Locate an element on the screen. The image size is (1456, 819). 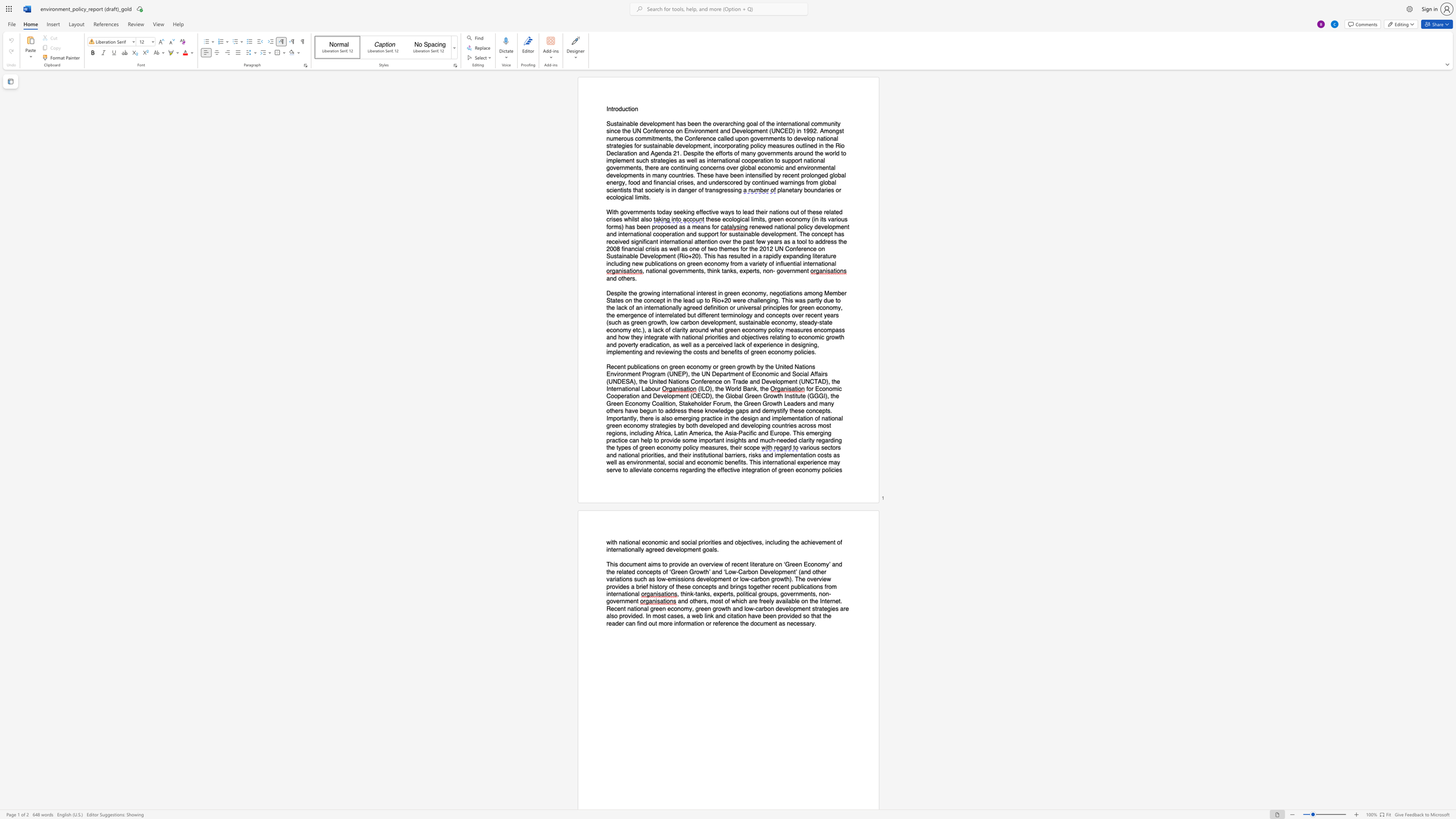
the subset text "financ" within the text "financial crisis" is located at coordinates (621, 249).